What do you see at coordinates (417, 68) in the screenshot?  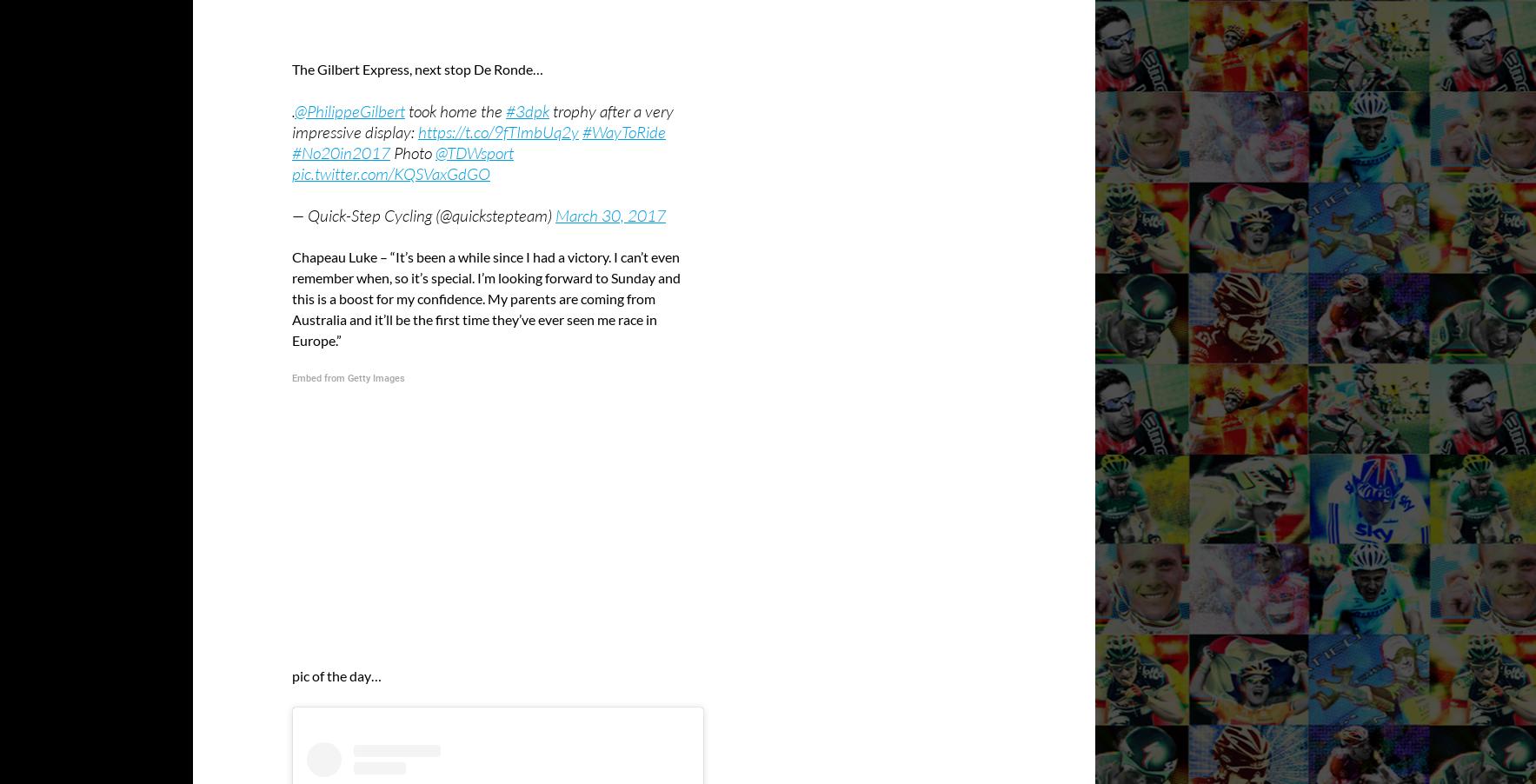 I see `'The Gilbert Express, next stop De Ronde…'` at bounding box center [417, 68].